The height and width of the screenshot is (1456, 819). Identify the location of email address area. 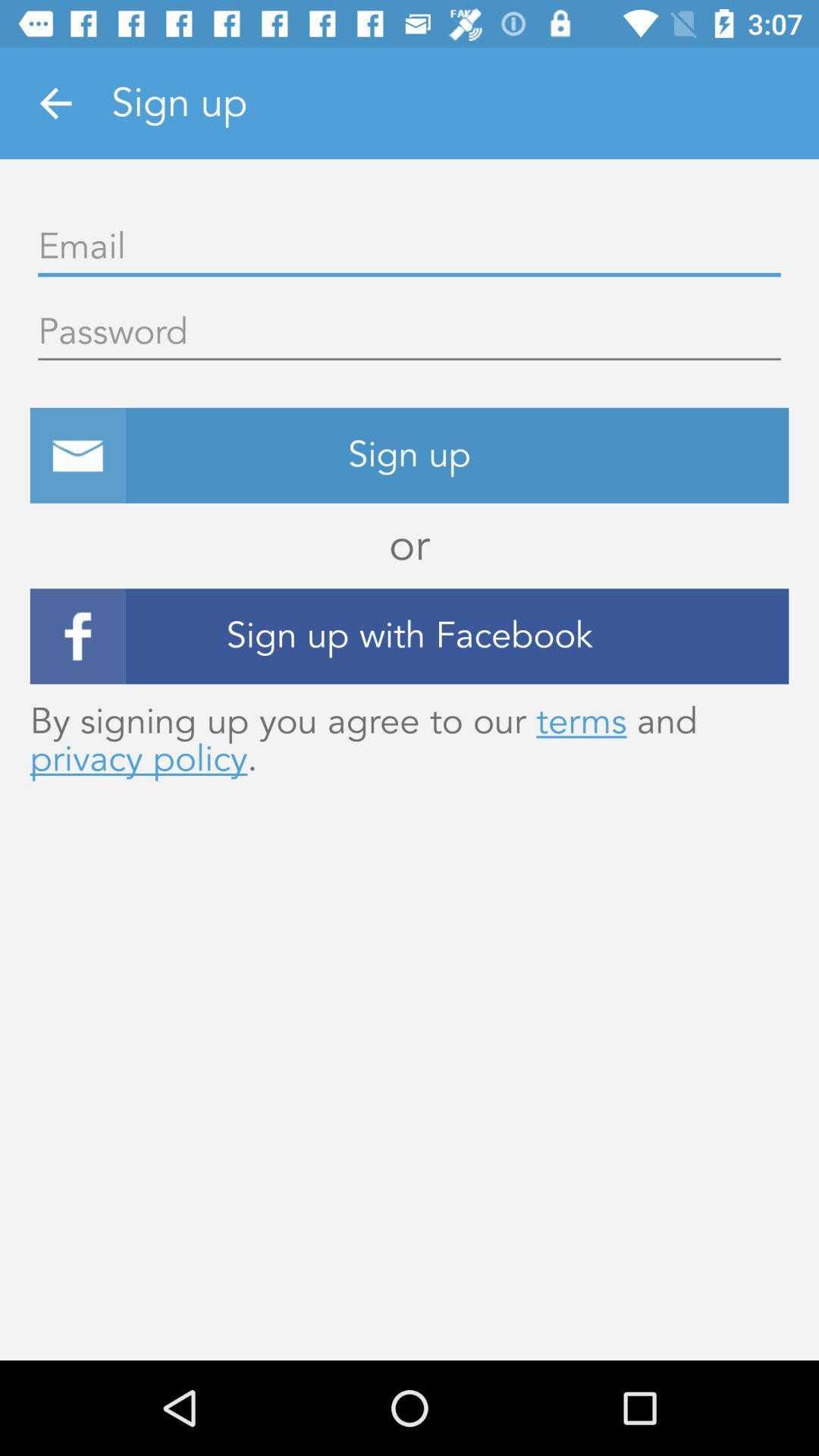
(409, 247).